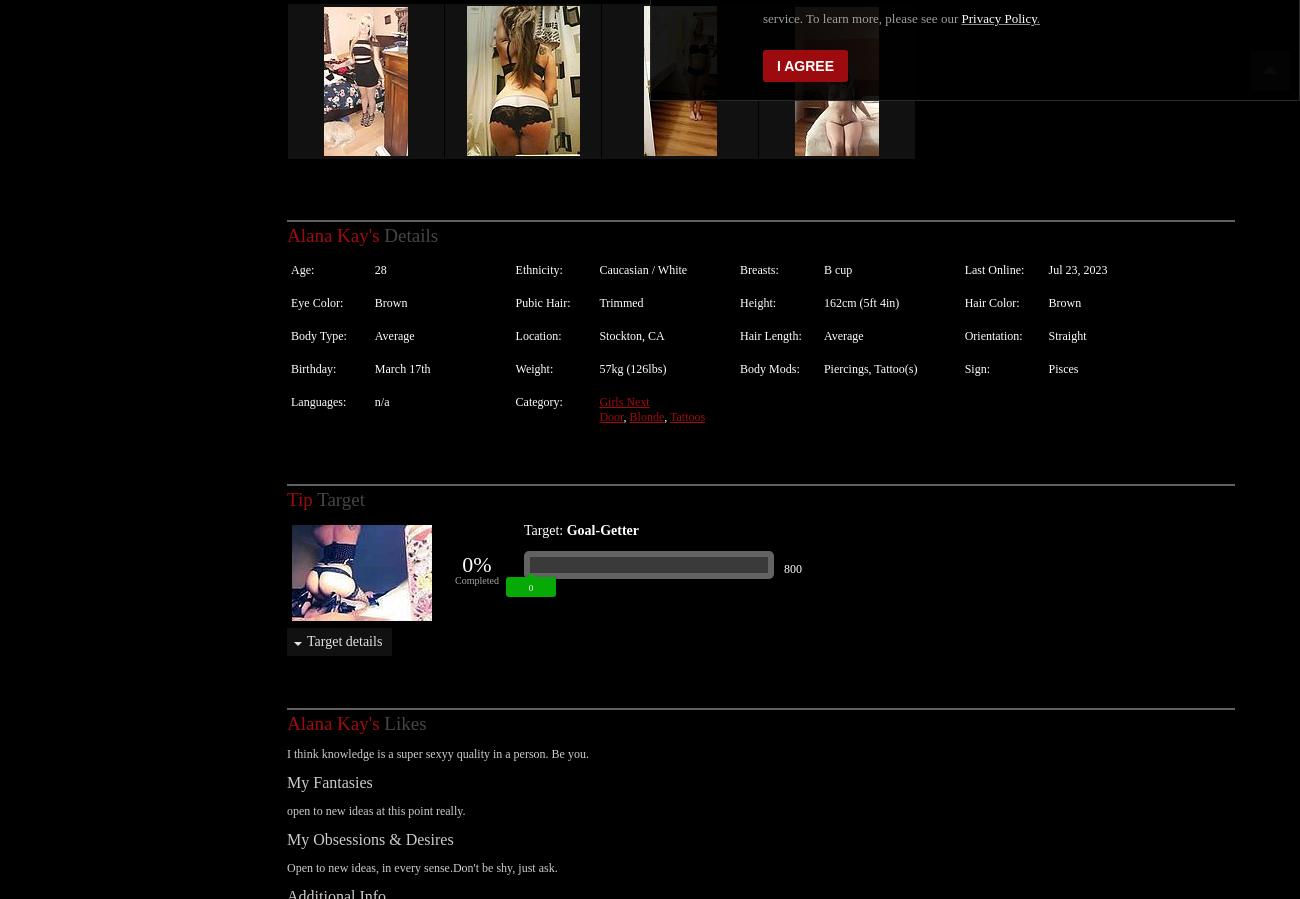 The width and height of the screenshot is (1300, 899). Describe the element at coordinates (541, 281) in the screenshot. I see `'Pubic Hair:'` at that location.